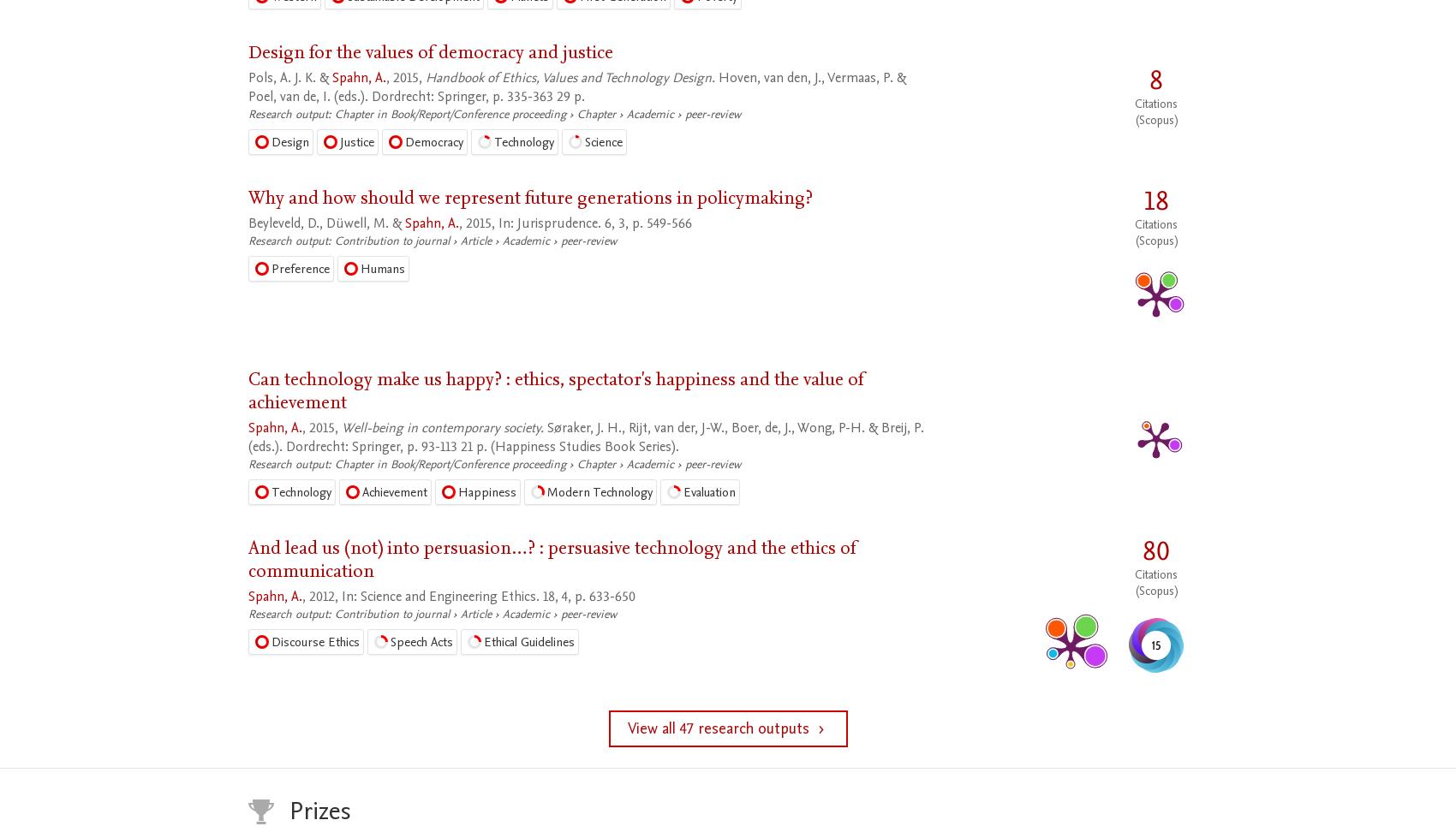 This screenshot has width=1456, height=832. What do you see at coordinates (586, 437) in the screenshot?
I see `'Søraker, J. H., Rijt, van der, J-W., Boer, de, J., Wong, P-H. & Breij, P. (eds.). Dordrecht:'` at bounding box center [586, 437].